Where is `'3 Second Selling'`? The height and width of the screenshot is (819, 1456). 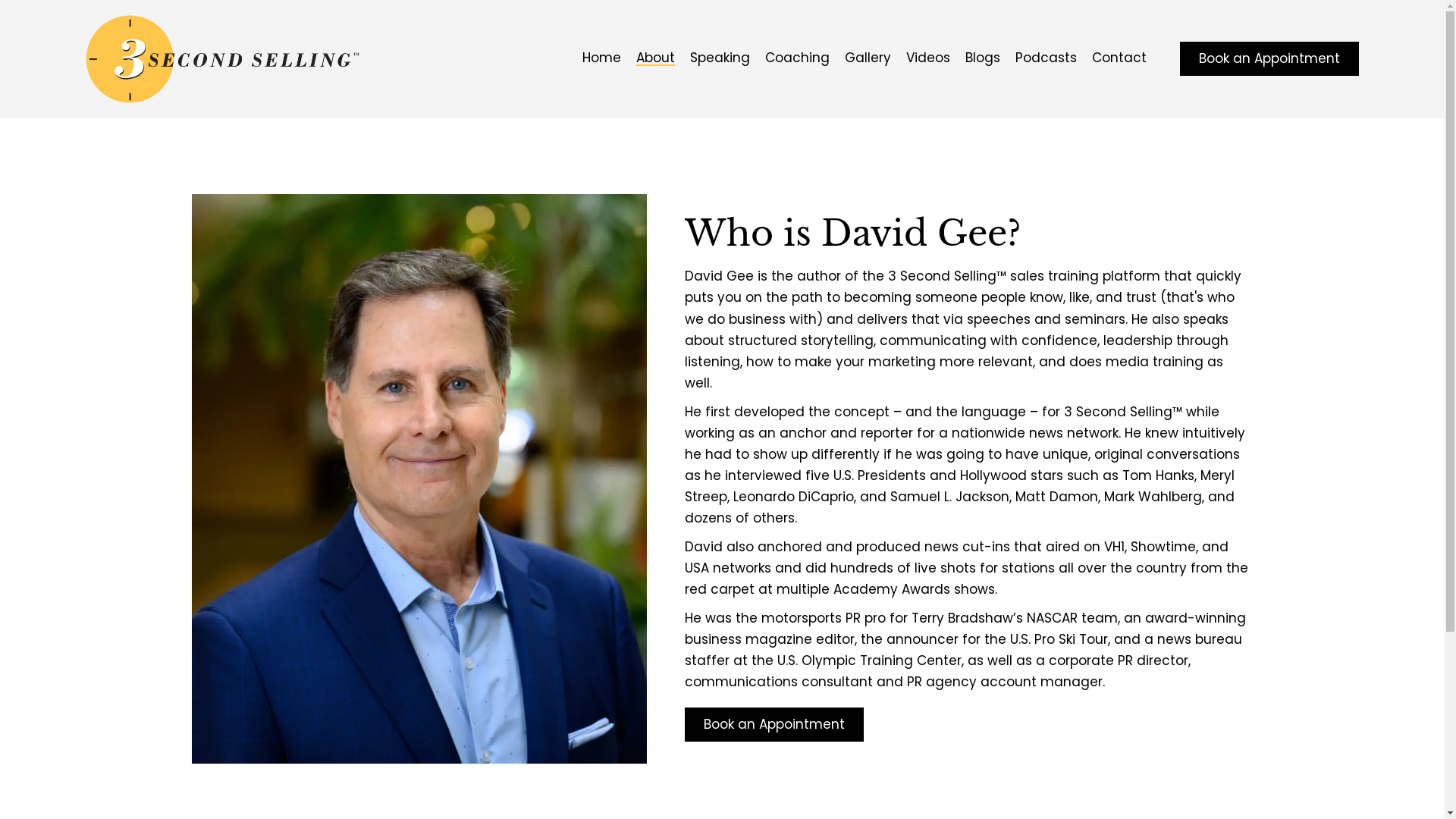 '3 Second Selling' is located at coordinates (419, 479).